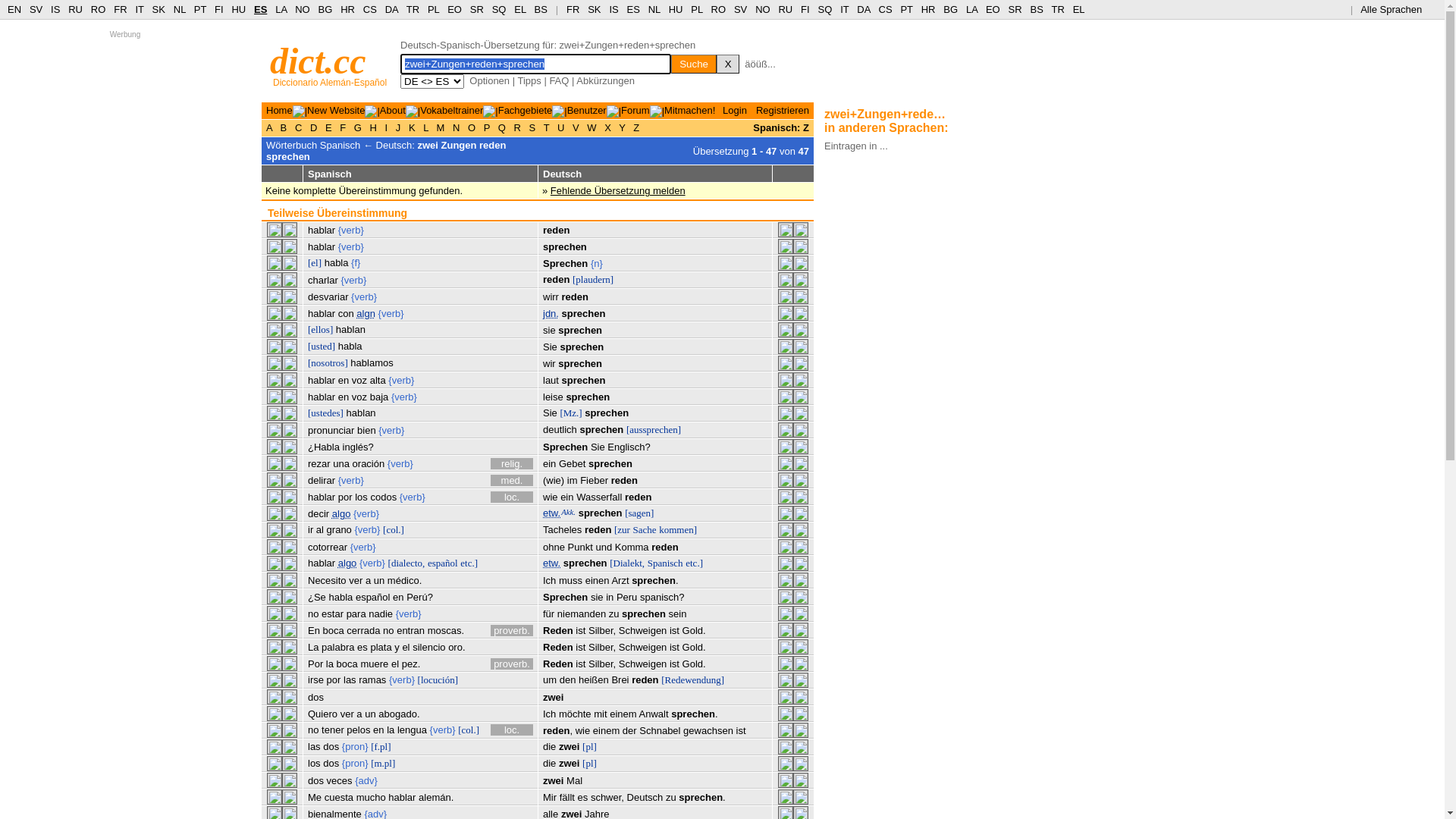 This screenshot has height=819, width=1456. Describe the element at coordinates (525, 109) in the screenshot. I see `'Fachgebiete'` at that location.